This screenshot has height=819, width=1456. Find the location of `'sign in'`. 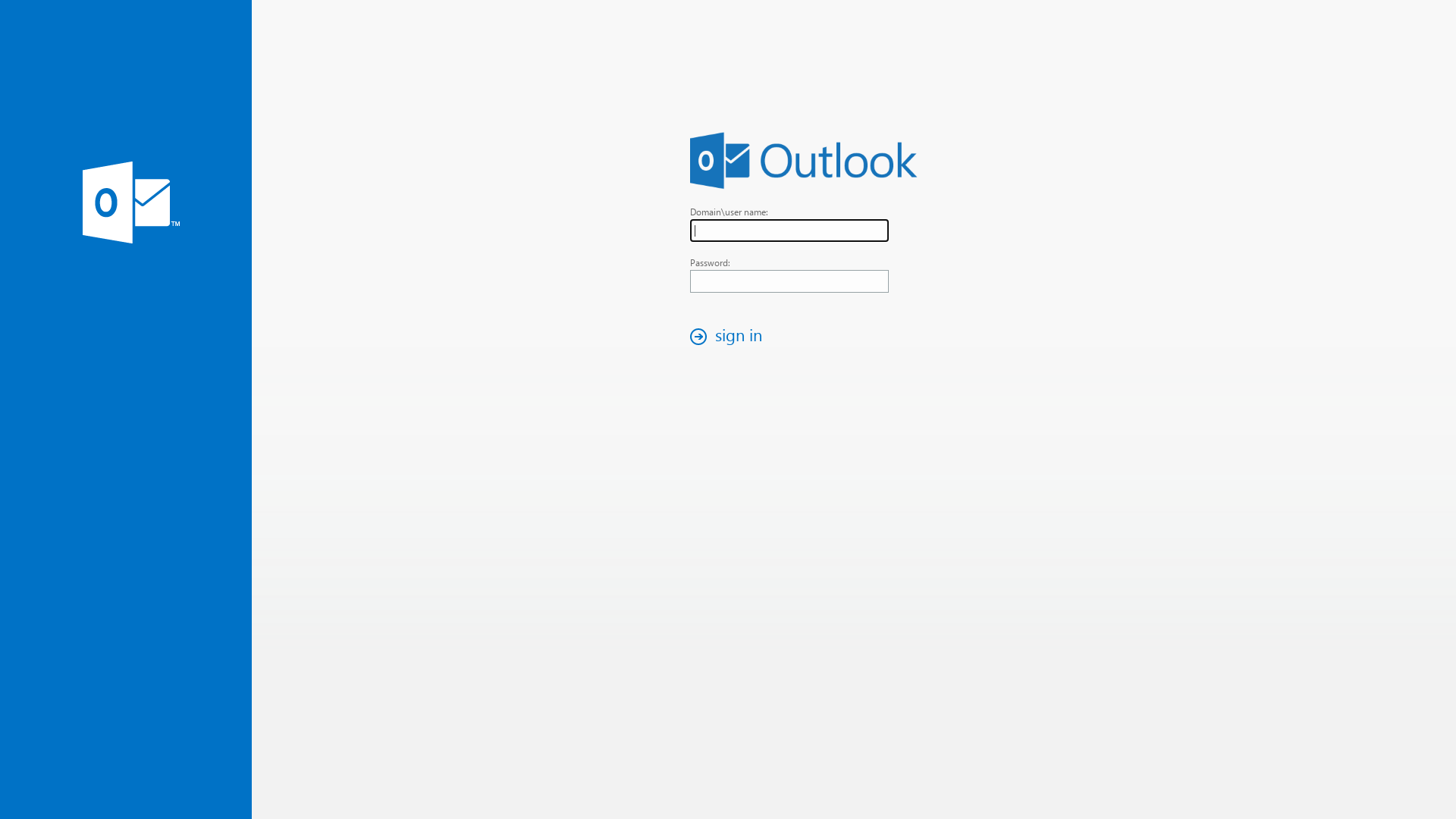

'sign in' is located at coordinates (683, 335).